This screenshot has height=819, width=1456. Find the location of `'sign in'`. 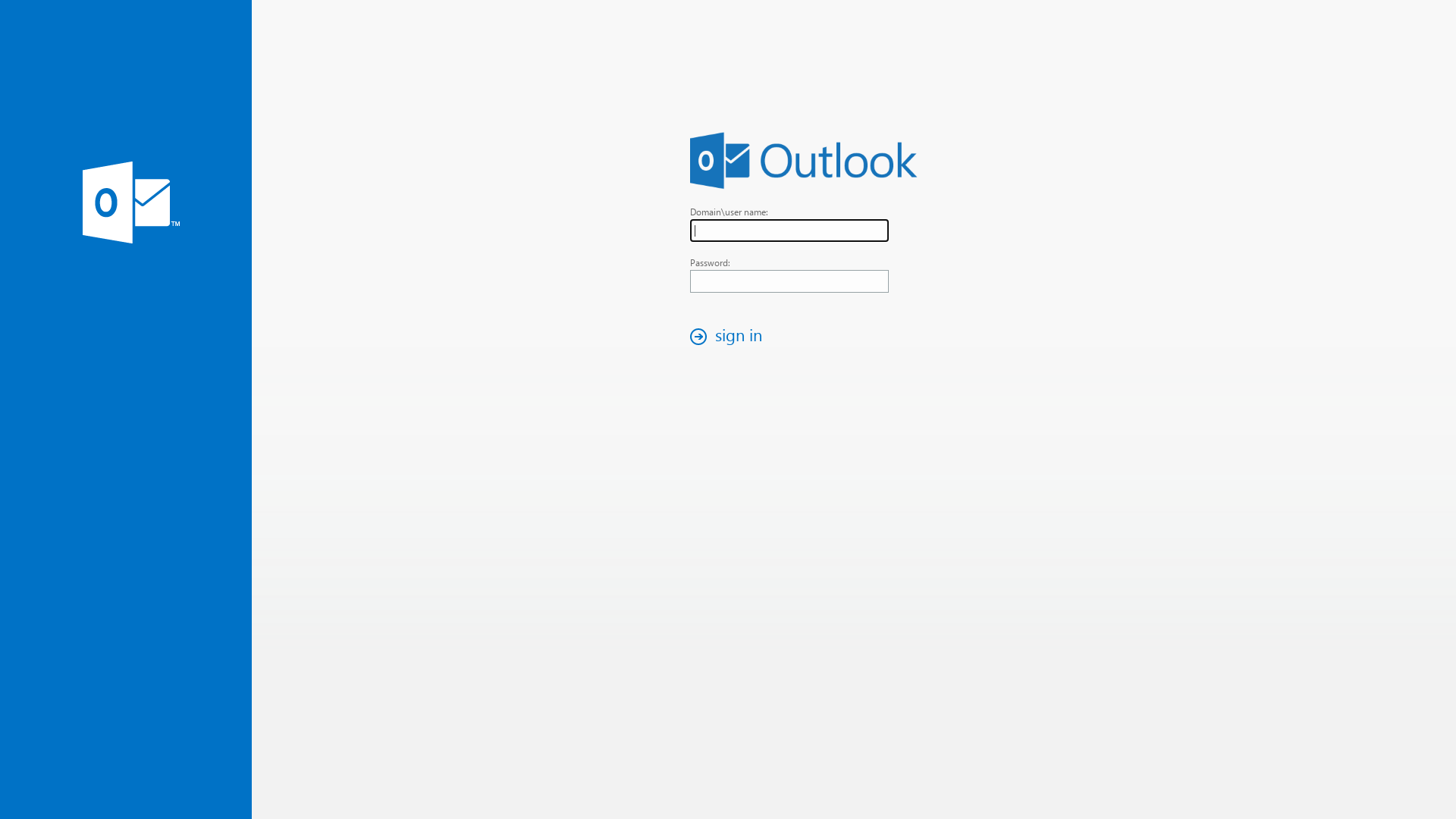

'sign in' is located at coordinates (683, 335).